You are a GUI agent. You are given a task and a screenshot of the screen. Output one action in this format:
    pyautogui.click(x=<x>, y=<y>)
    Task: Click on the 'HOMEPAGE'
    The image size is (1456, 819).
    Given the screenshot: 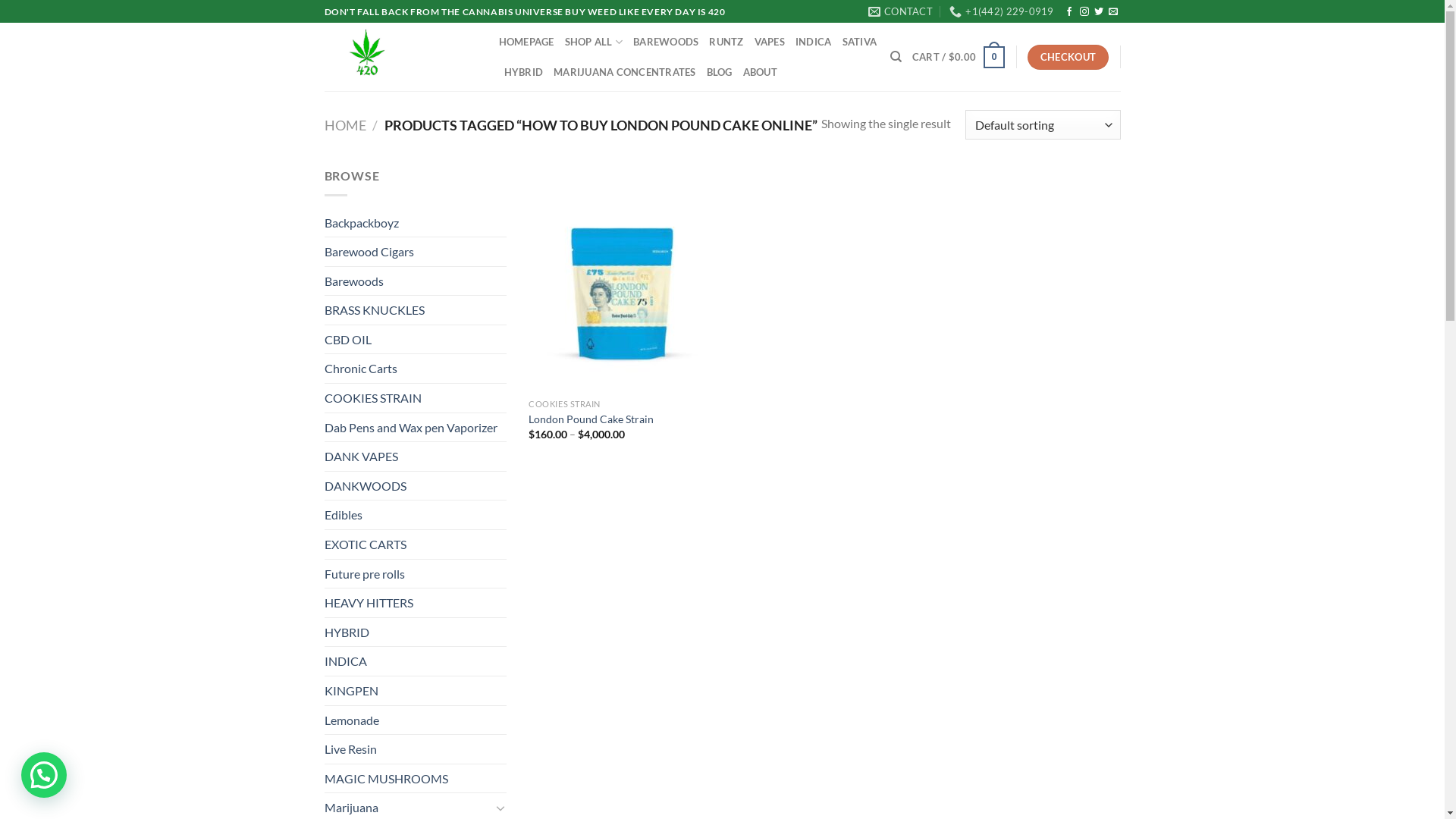 What is the action you would take?
    pyautogui.click(x=526, y=40)
    